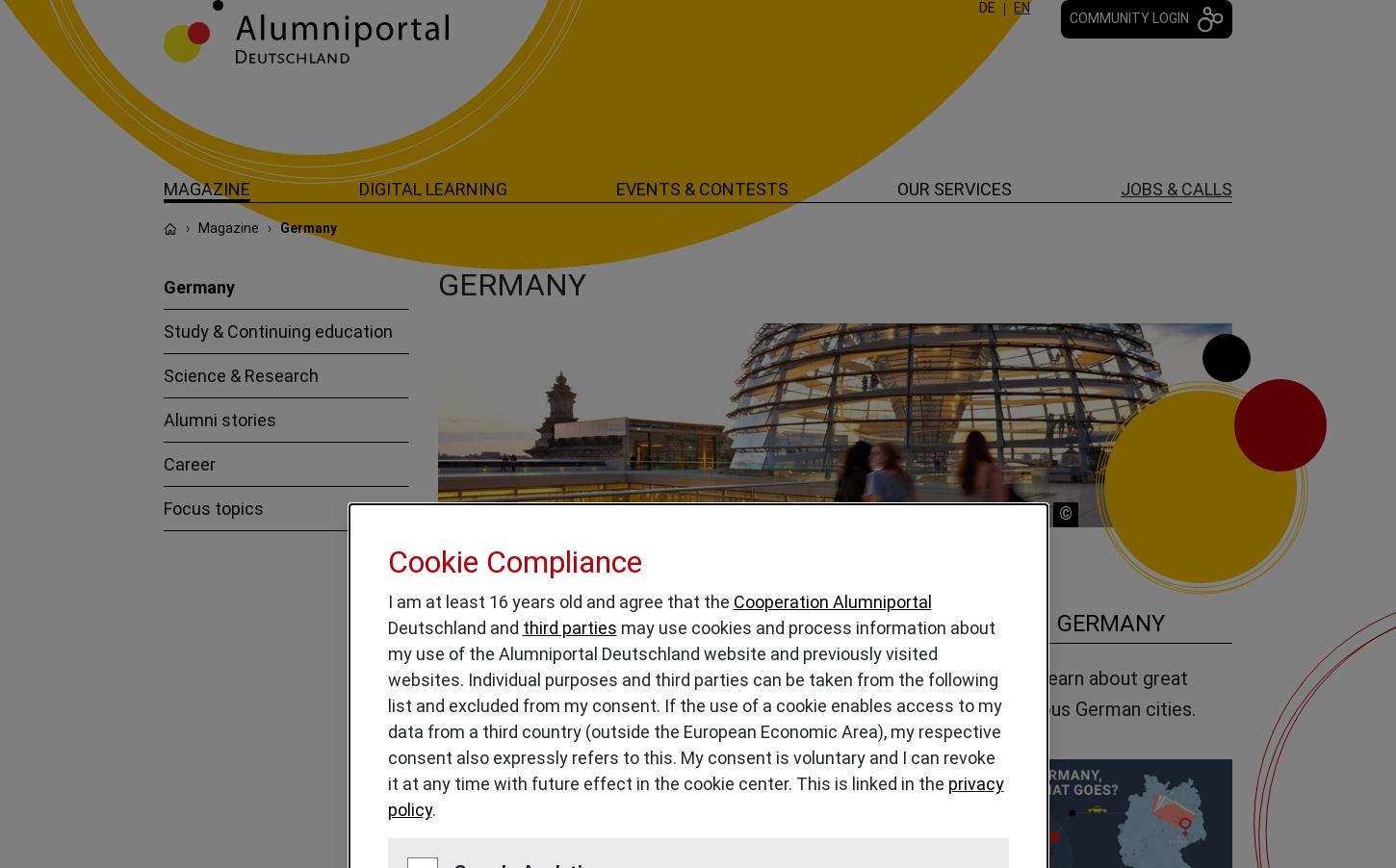 The height and width of the screenshot is (868, 1396). Describe the element at coordinates (277, 329) in the screenshot. I see `'Study & Continuing education'` at that location.